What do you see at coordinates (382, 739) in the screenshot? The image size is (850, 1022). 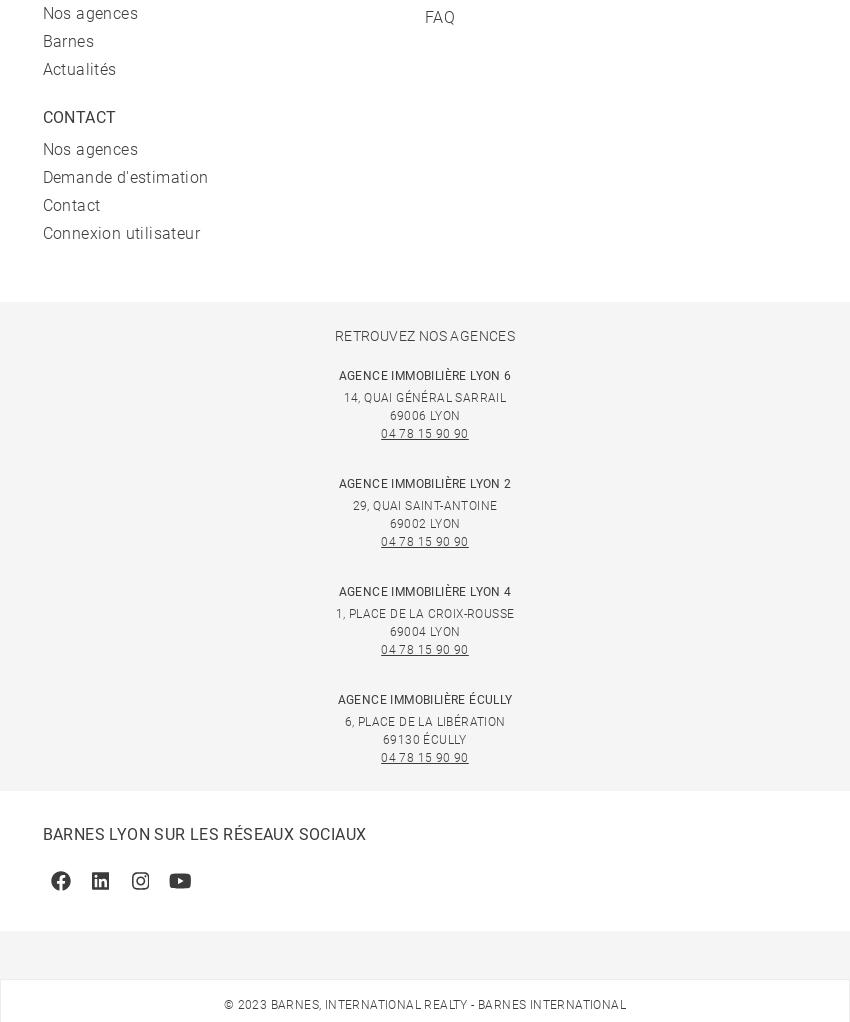 I see `'69130 Écully'` at bounding box center [382, 739].